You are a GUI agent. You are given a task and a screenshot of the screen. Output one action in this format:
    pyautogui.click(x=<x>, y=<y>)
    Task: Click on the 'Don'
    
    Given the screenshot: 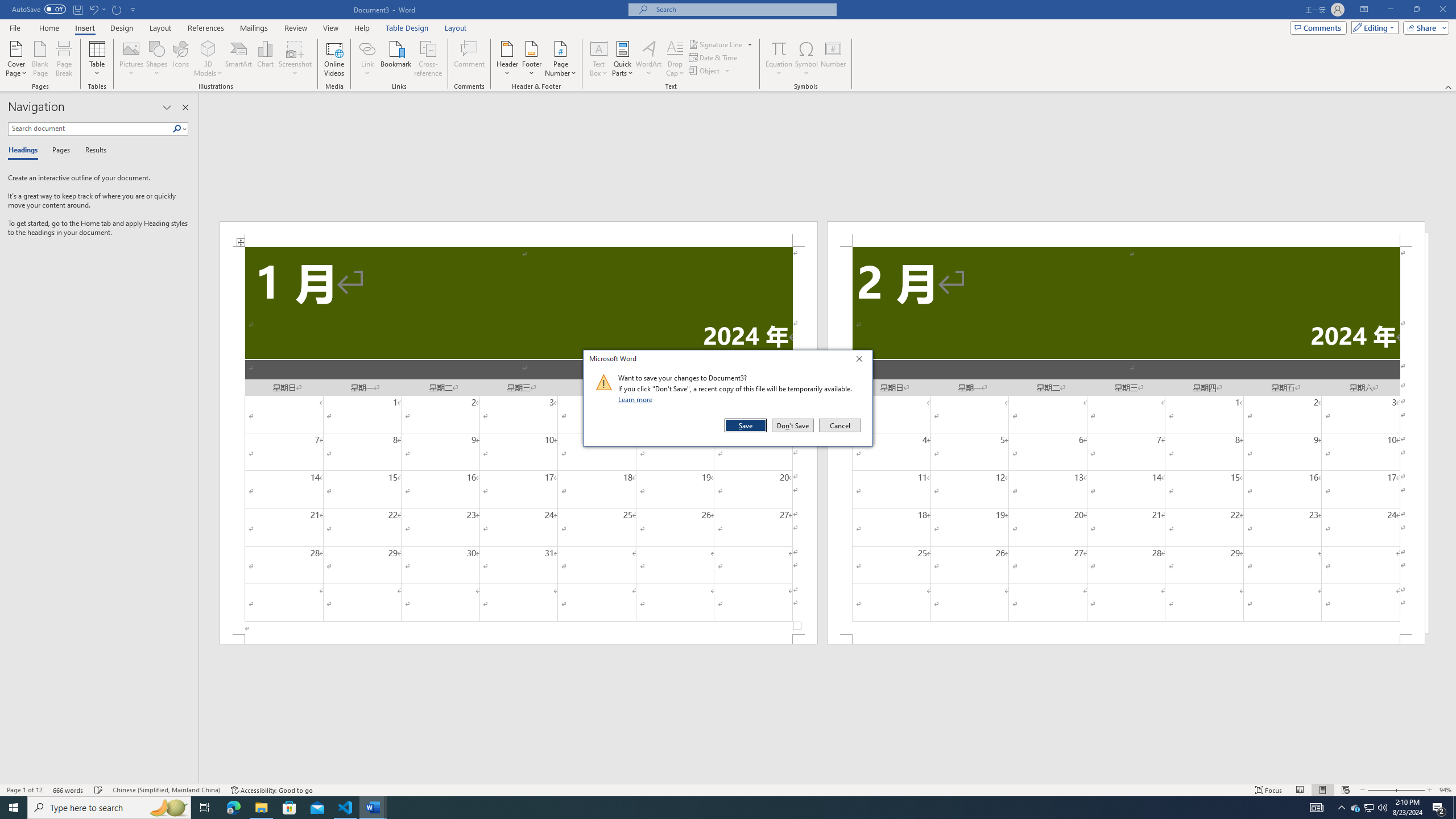 What is the action you would take?
    pyautogui.click(x=792, y=425)
    